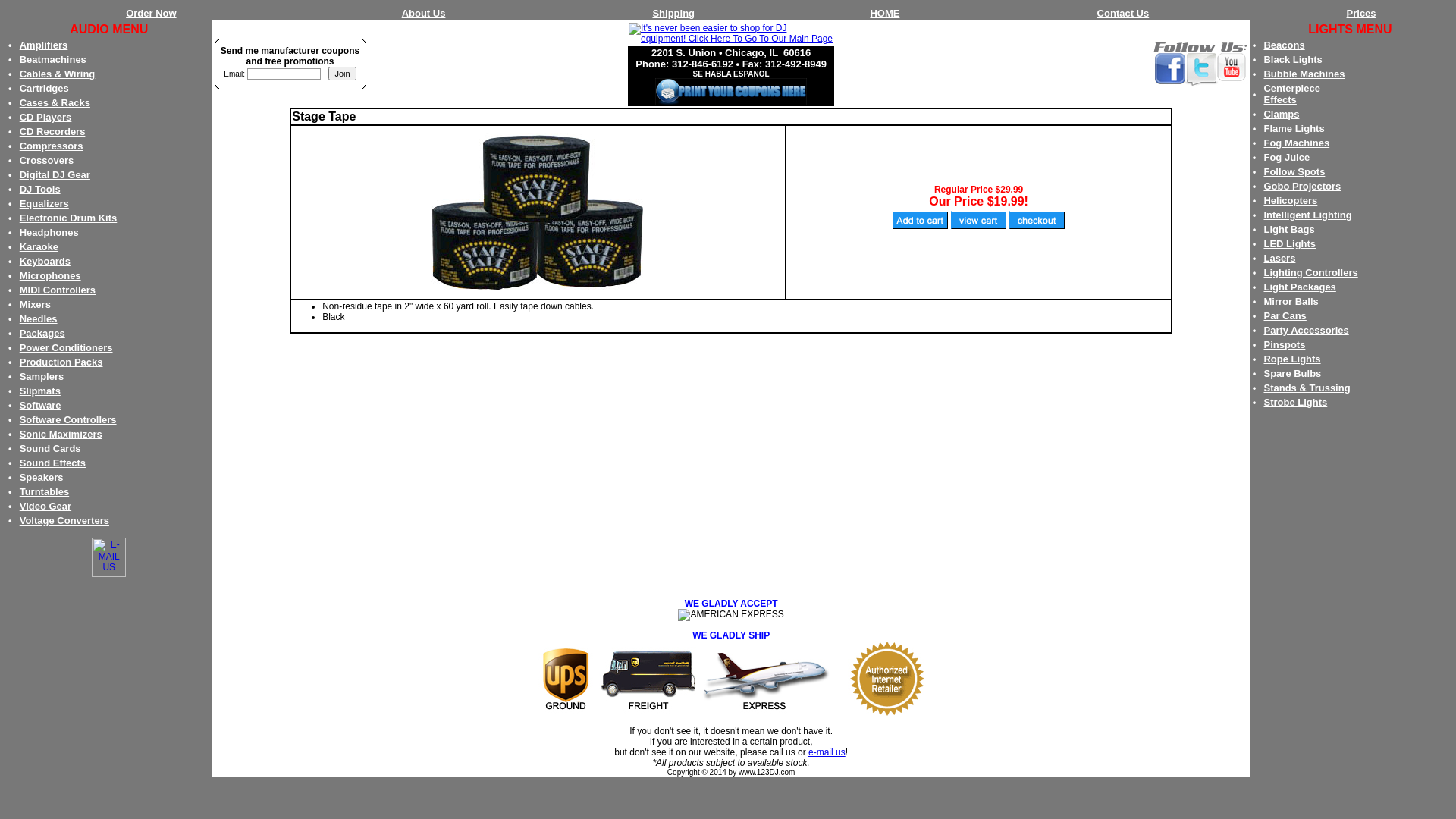 This screenshot has width=1456, height=819. I want to click on 'Light Packages', so click(1263, 287).